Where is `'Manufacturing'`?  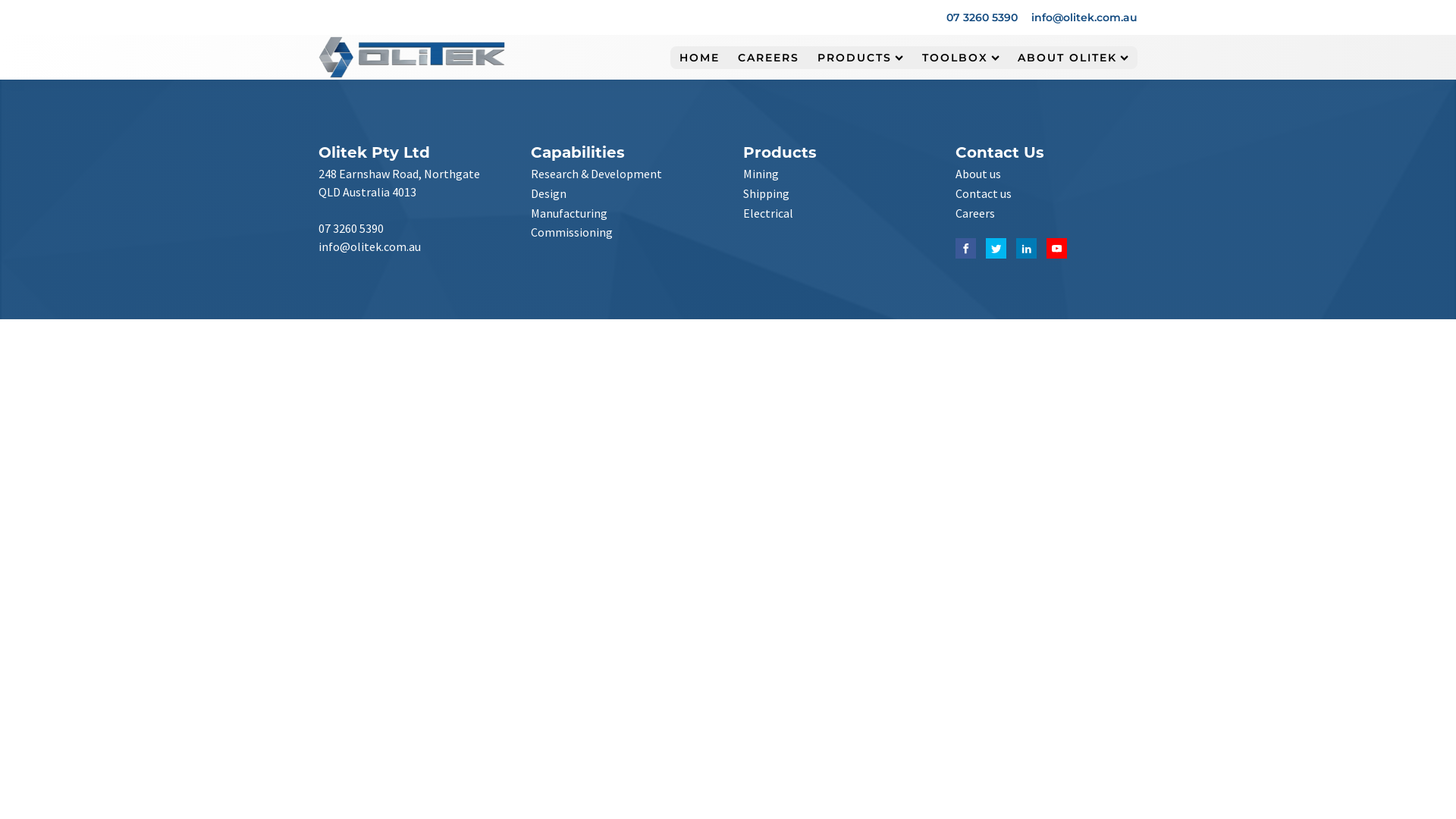
'Manufacturing' is located at coordinates (531, 213).